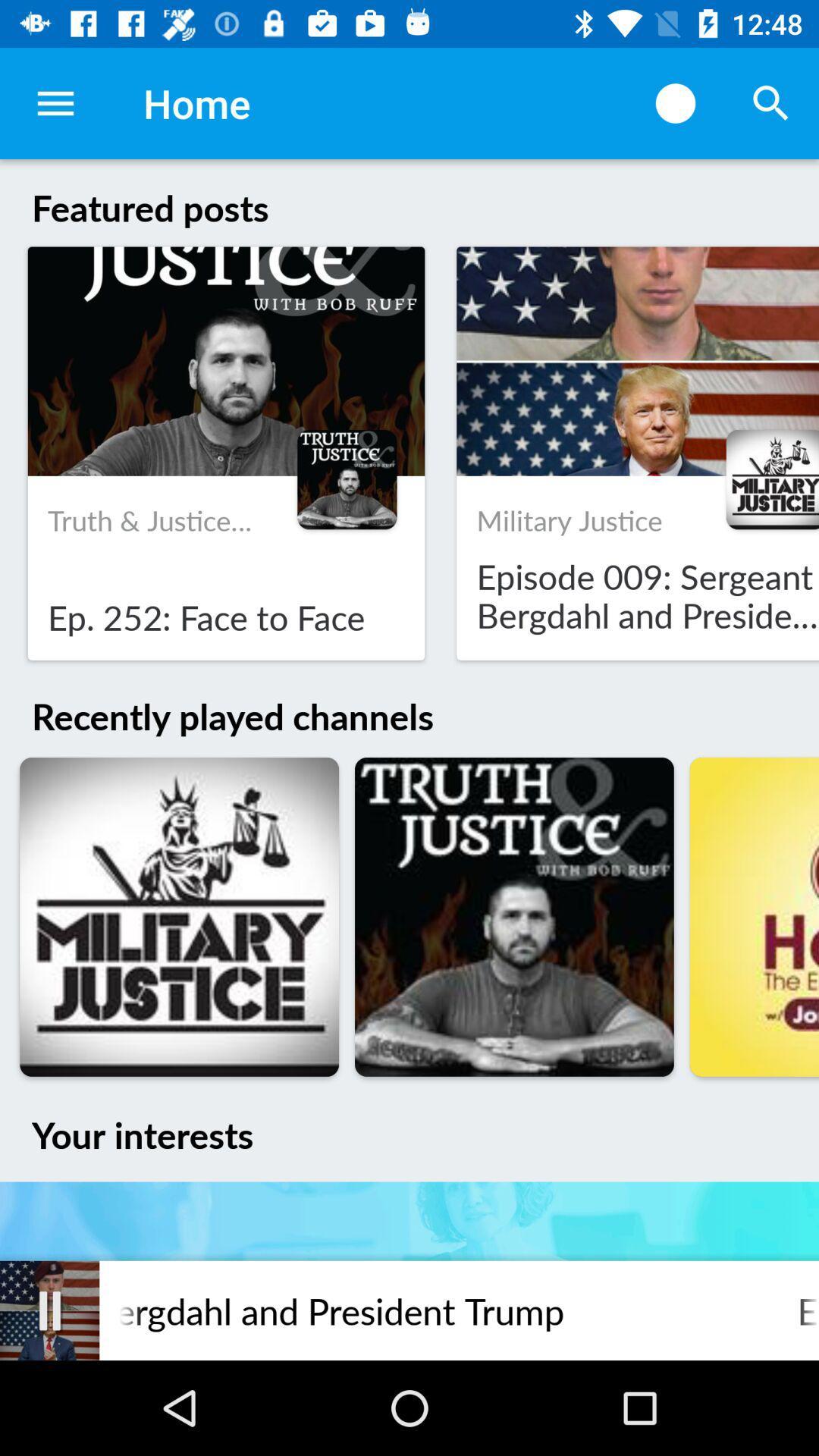 The image size is (819, 1456). Describe the element at coordinates (55, 102) in the screenshot. I see `item above the featured posts item` at that location.